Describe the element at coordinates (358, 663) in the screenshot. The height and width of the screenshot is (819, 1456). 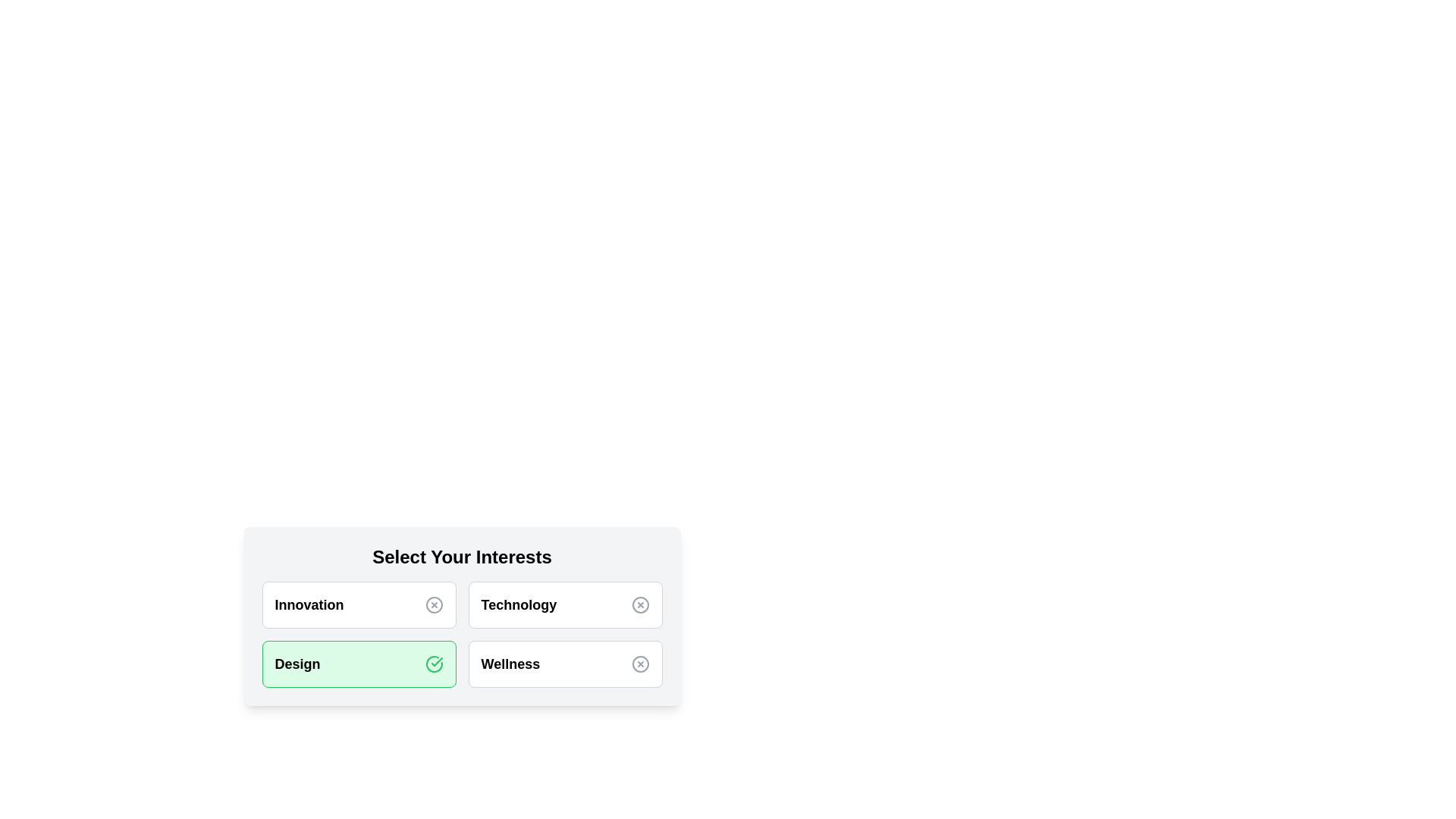
I see `the category Design to see its hover effect` at that location.